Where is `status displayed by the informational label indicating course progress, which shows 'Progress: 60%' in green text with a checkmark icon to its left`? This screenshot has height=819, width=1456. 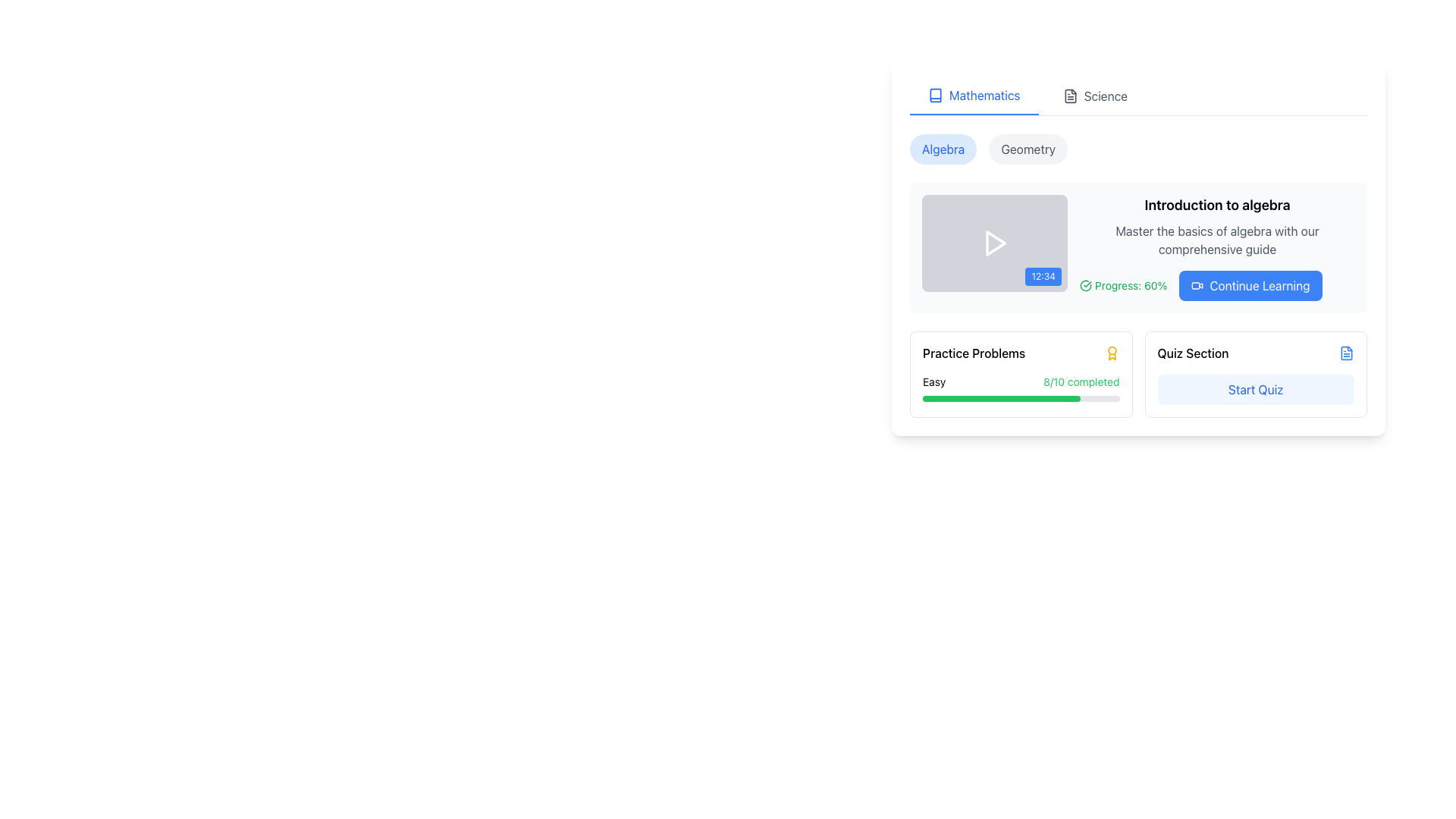
status displayed by the informational label indicating course progress, which shows 'Progress: 60%' in green text with a checkmark icon to its left is located at coordinates (1123, 286).